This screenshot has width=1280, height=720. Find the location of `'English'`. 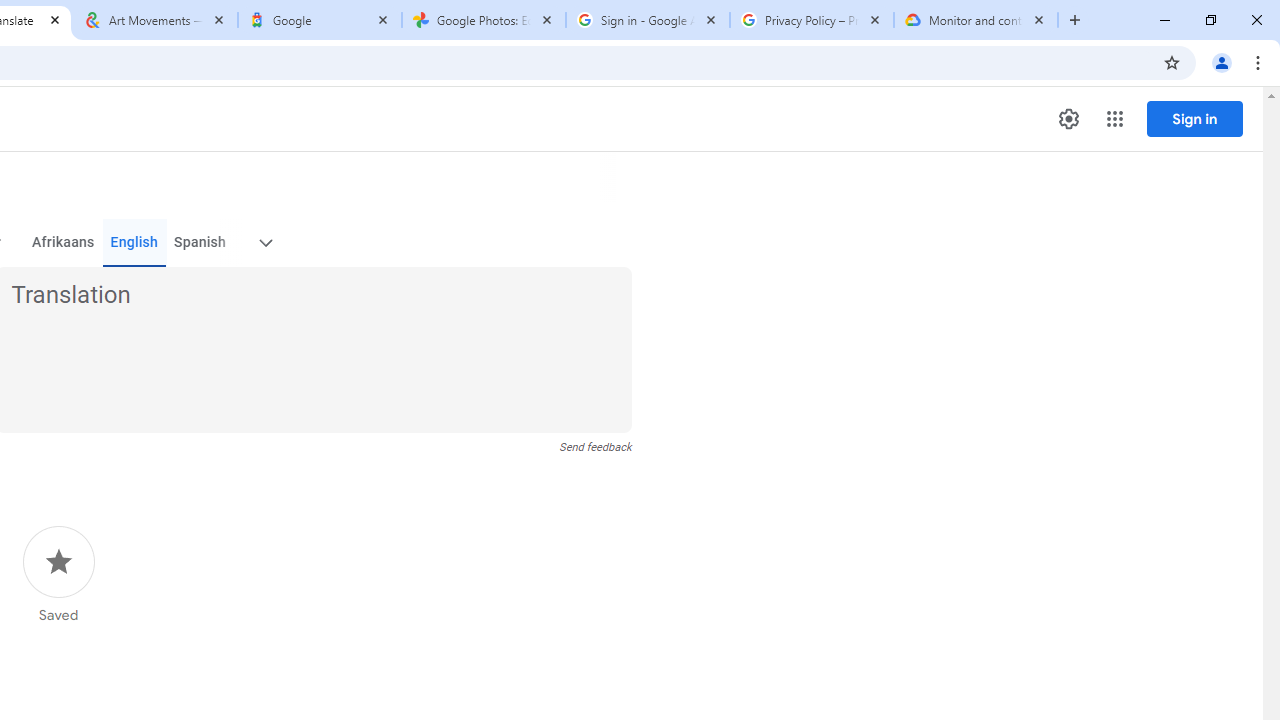

'English' is located at coordinates (133, 242).